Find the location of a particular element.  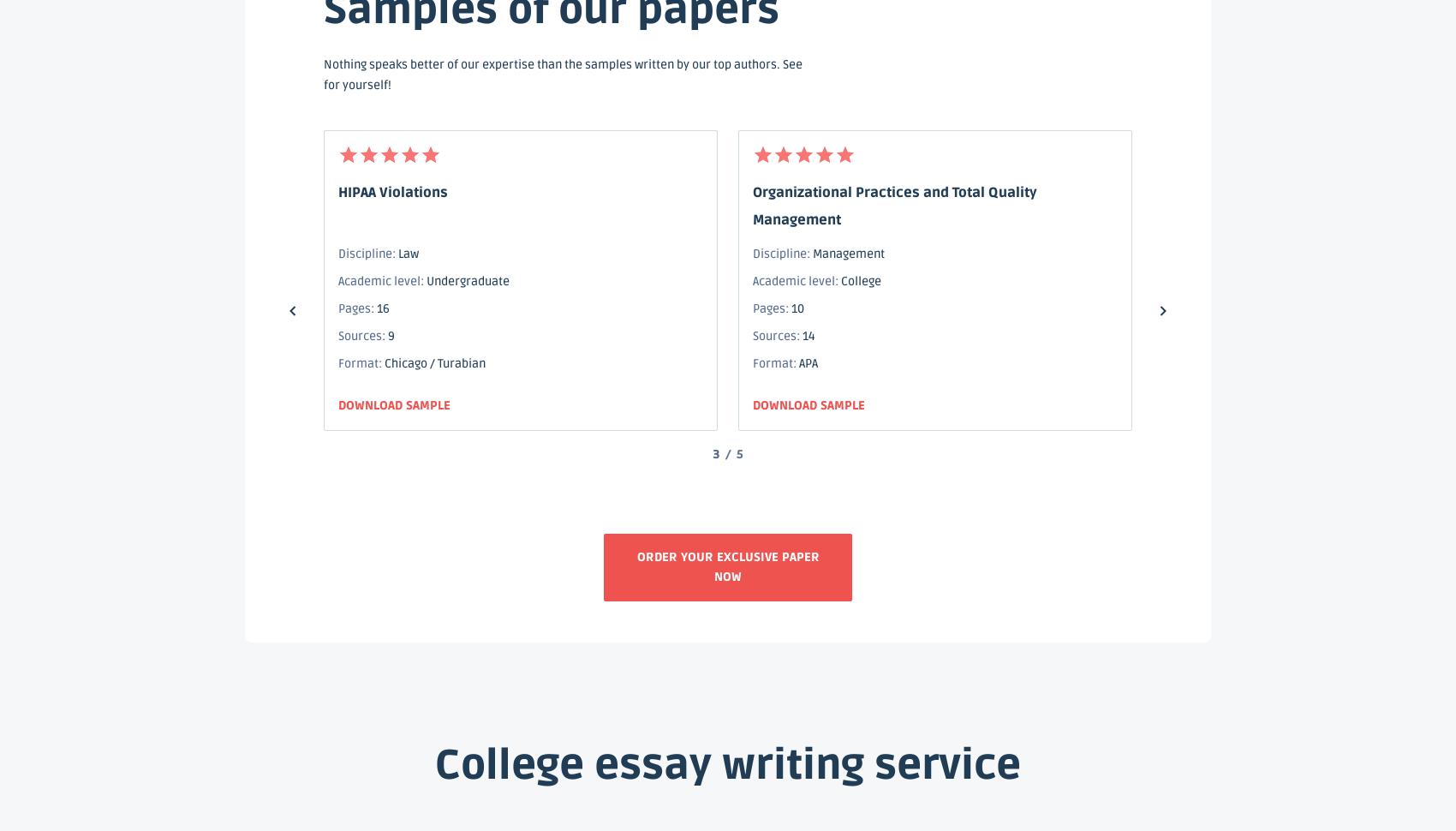

'14' is located at coordinates (803, 335).